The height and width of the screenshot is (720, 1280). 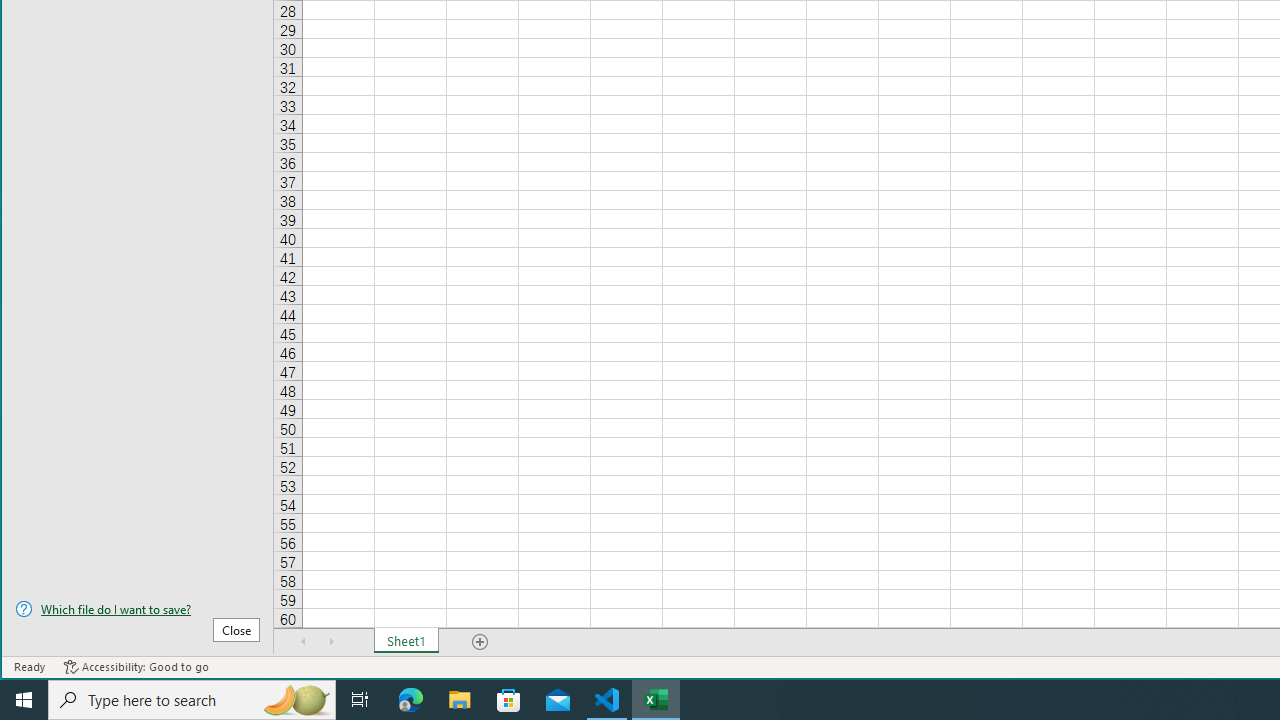 What do you see at coordinates (410, 698) in the screenshot?
I see `'Microsoft Edge'` at bounding box center [410, 698].